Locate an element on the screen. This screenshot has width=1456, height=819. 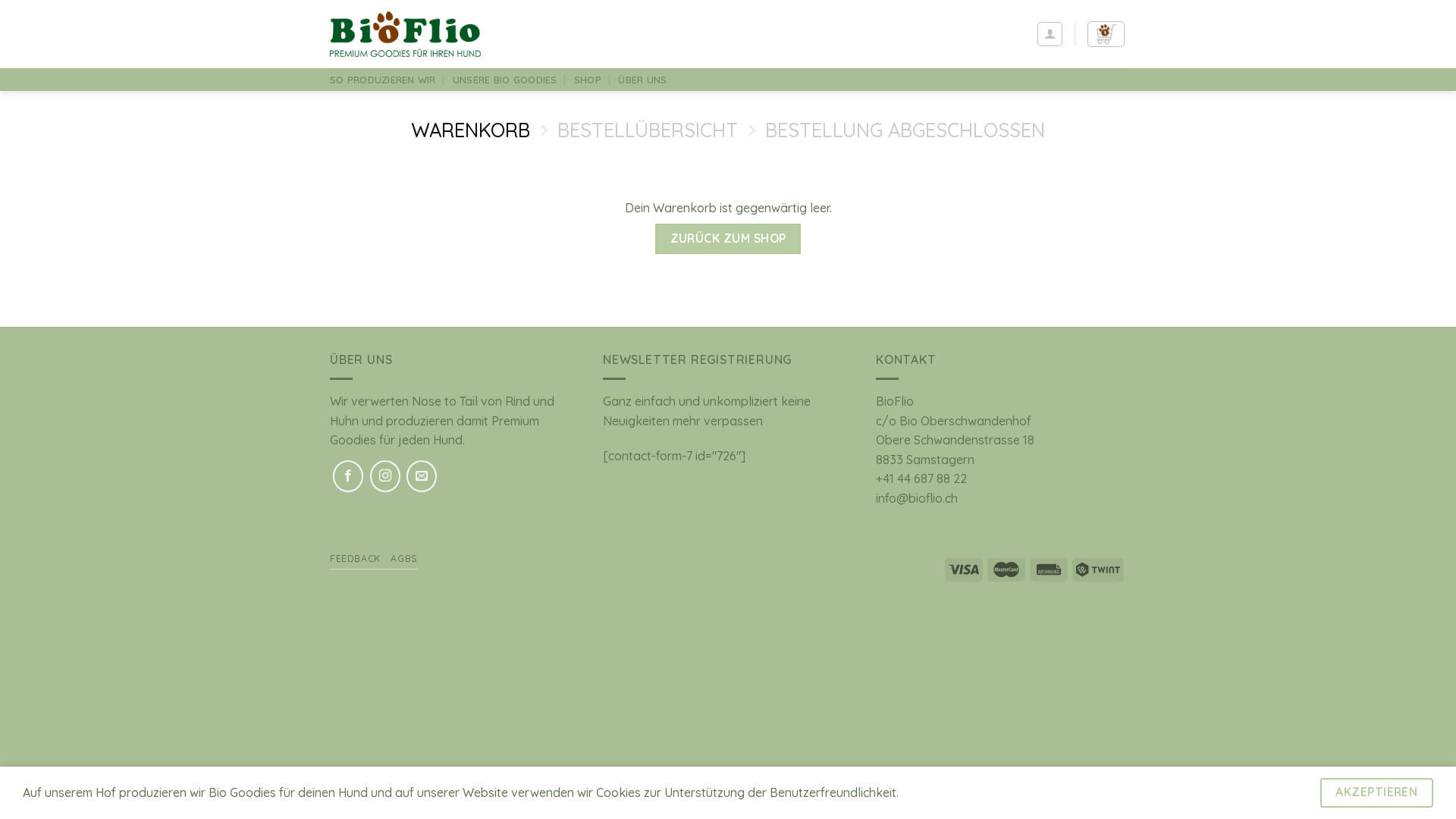
'SO PRODUZIEREN WIR' is located at coordinates (382, 79).